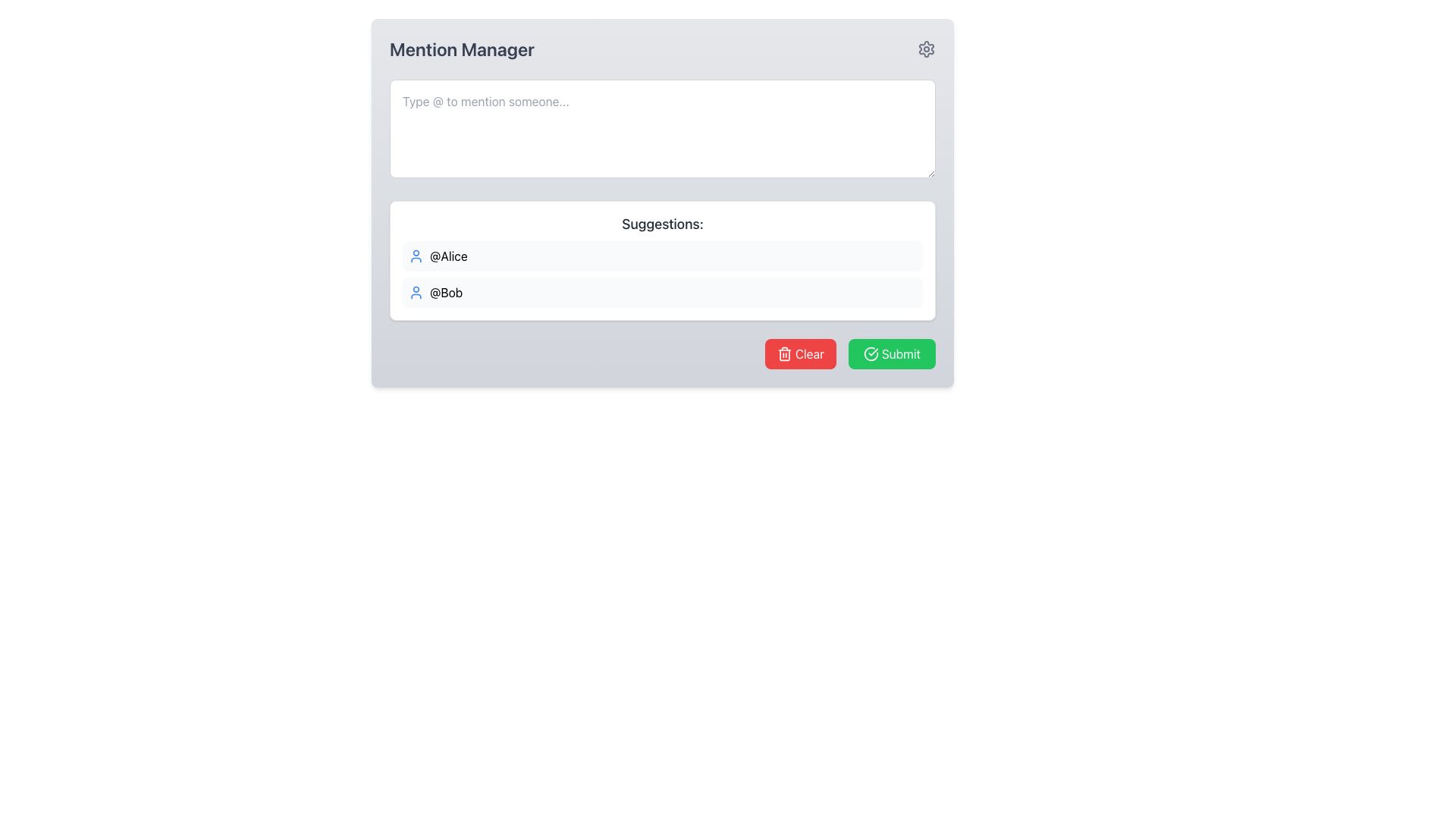 This screenshot has height=819, width=1456. Describe the element at coordinates (662, 275) in the screenshot. I see `the user suggestion row containing mentions '@Alice' and '@Bob'` at that location.